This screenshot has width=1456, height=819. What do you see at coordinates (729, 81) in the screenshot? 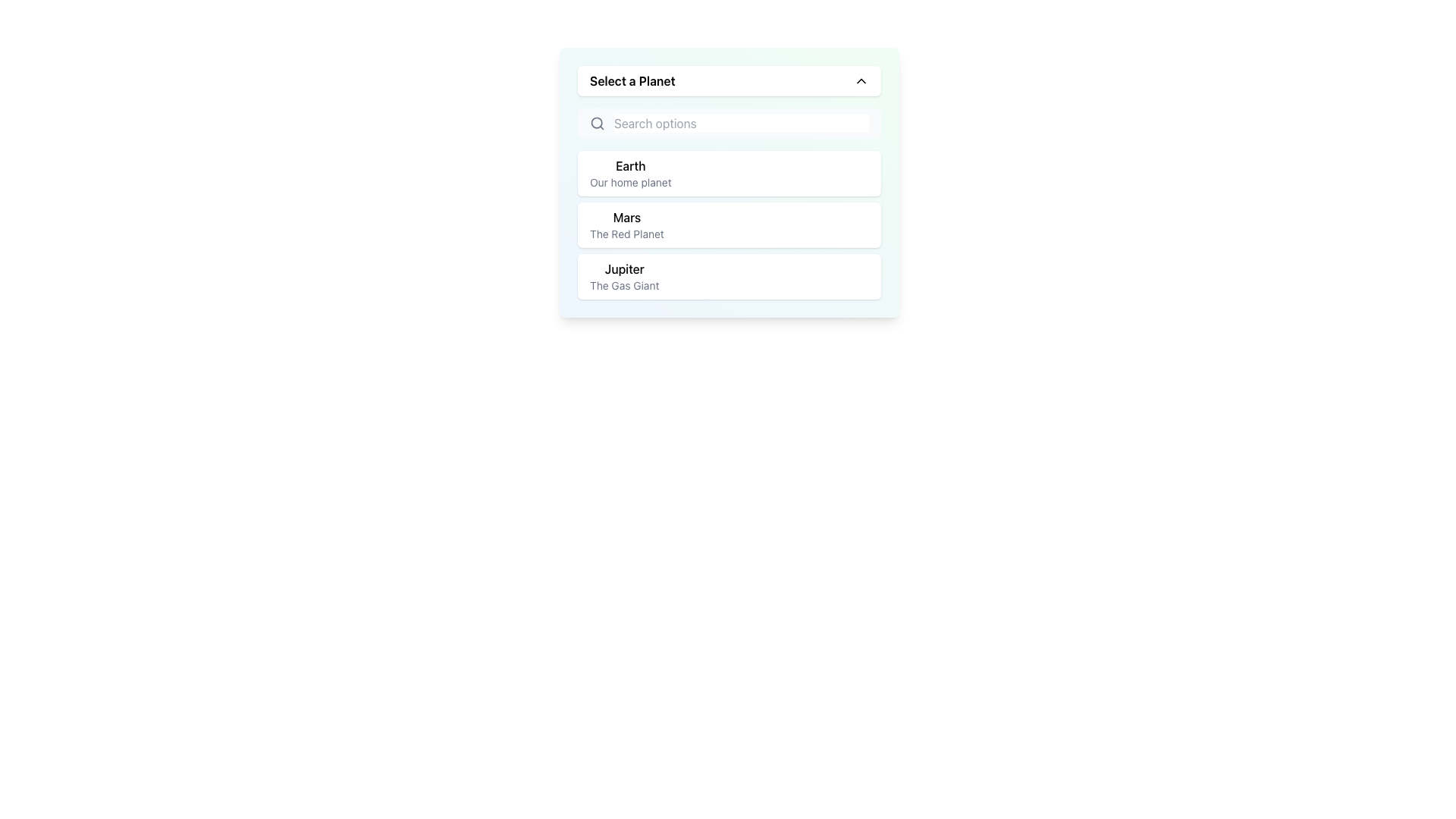
I see `the Dropdown Trigger labeled 'Select a Planet'` at bounding box center [729, 81].